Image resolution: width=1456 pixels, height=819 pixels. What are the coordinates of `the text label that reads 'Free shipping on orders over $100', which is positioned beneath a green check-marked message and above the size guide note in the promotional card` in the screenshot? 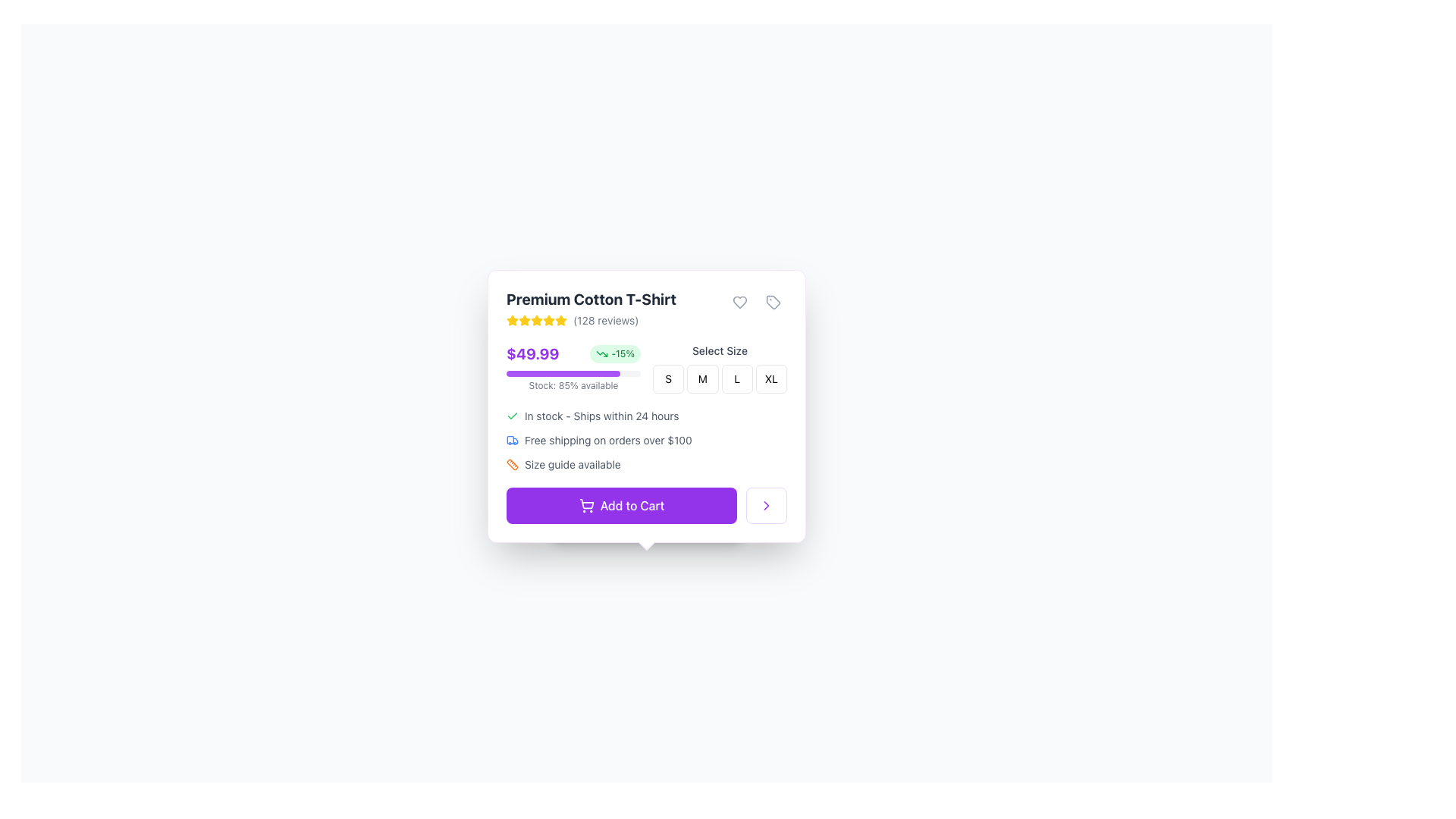 It's located at (608, 441).